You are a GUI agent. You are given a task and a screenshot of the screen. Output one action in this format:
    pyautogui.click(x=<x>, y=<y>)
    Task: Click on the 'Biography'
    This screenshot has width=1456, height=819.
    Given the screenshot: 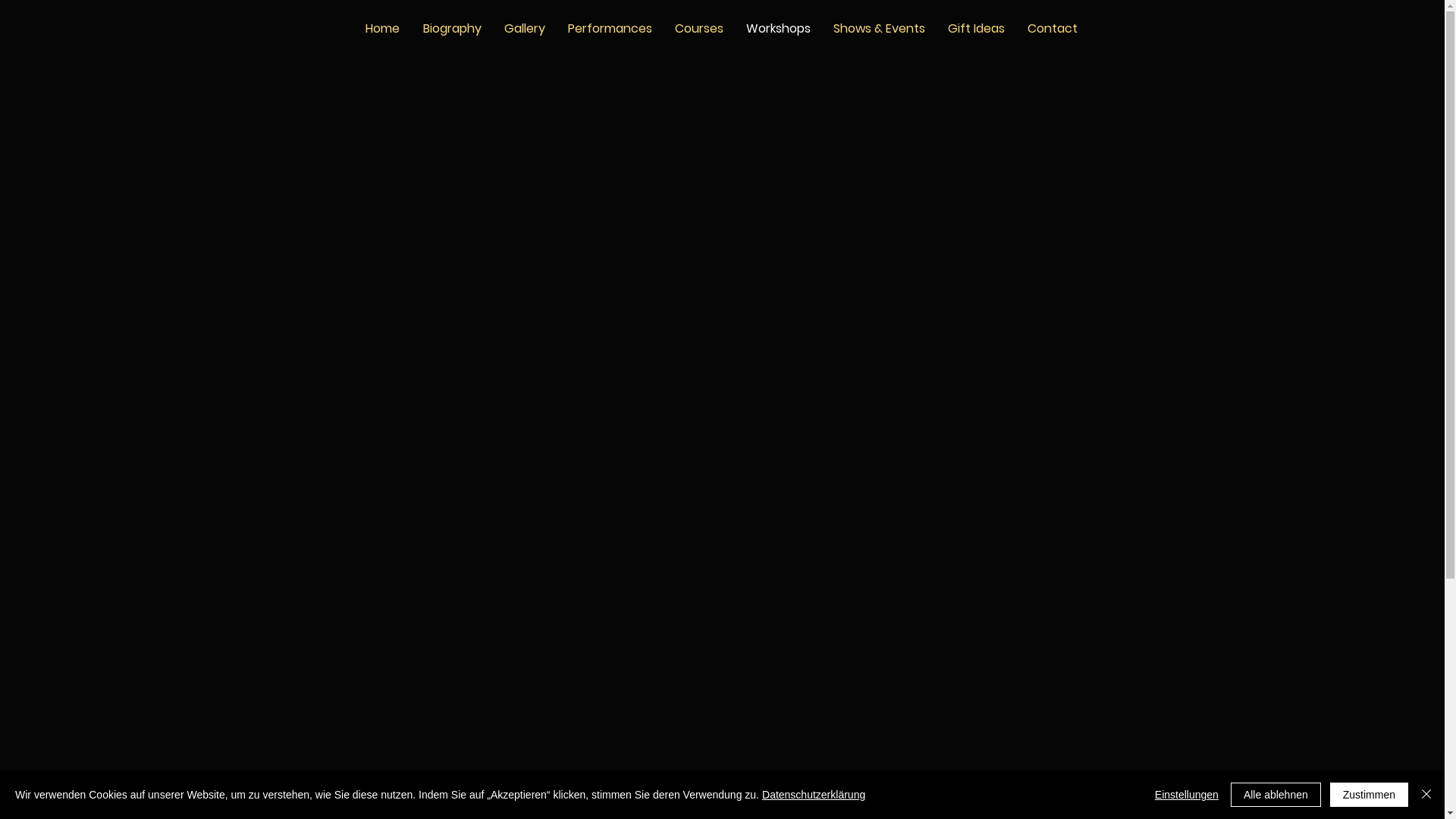 What is the action you would take?
    pyautogui.click(x=450, y=26)
    